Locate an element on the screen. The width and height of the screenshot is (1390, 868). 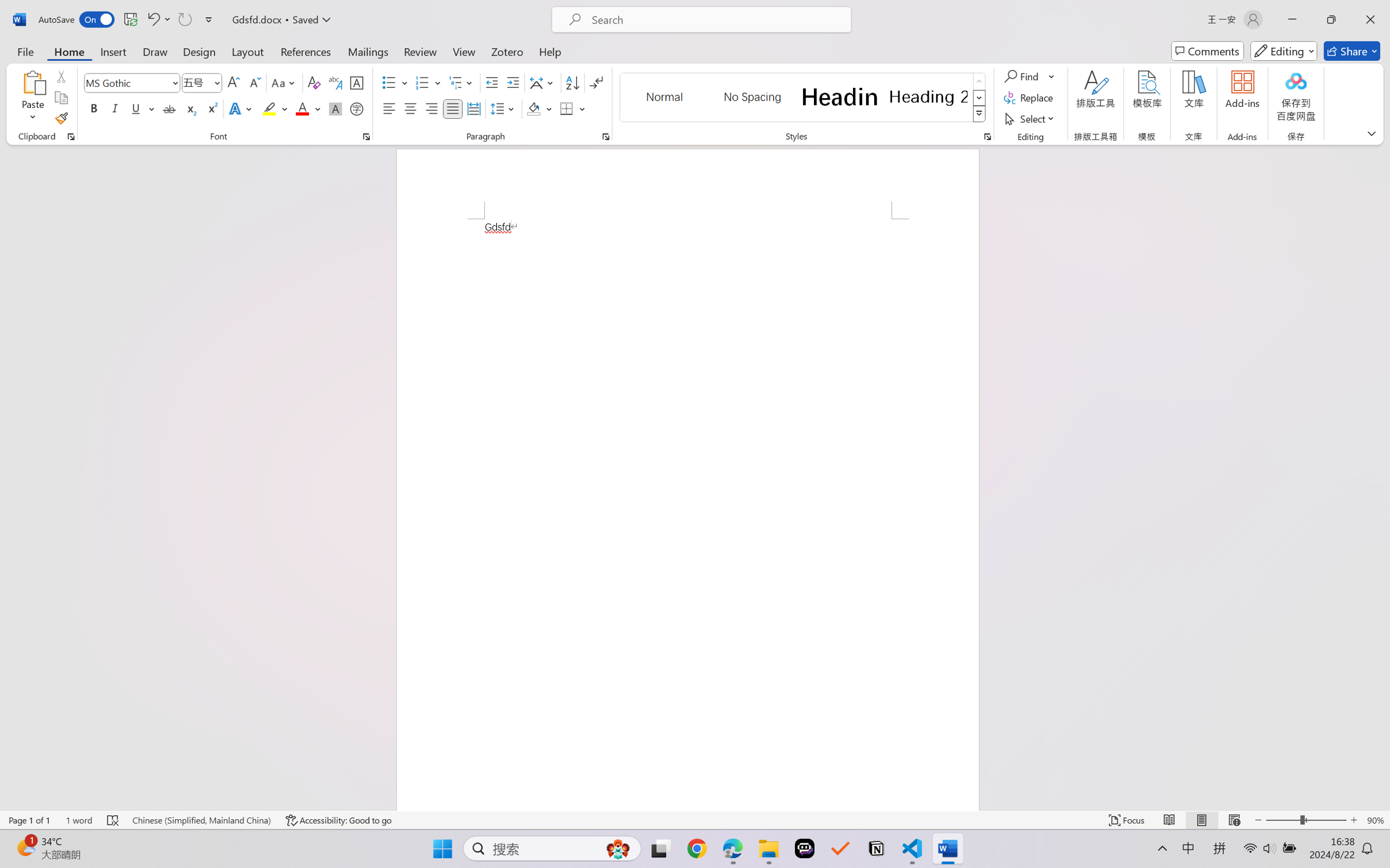
'Class: MsoCommandBar' is located at coordinates (695, 820).